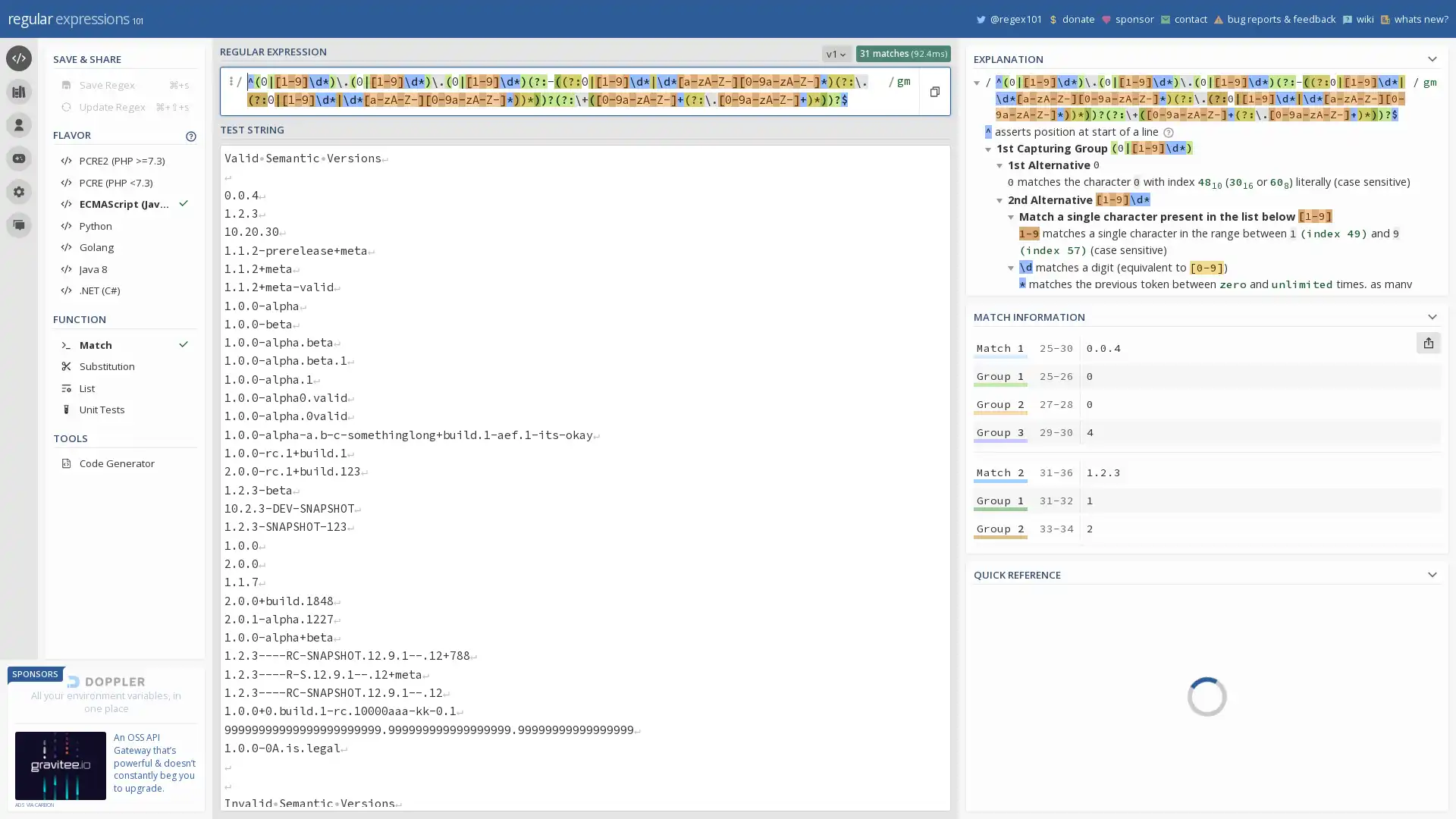  Describe the element at coordinates (124, 344) in the screenshot. I see `Match` at that location.